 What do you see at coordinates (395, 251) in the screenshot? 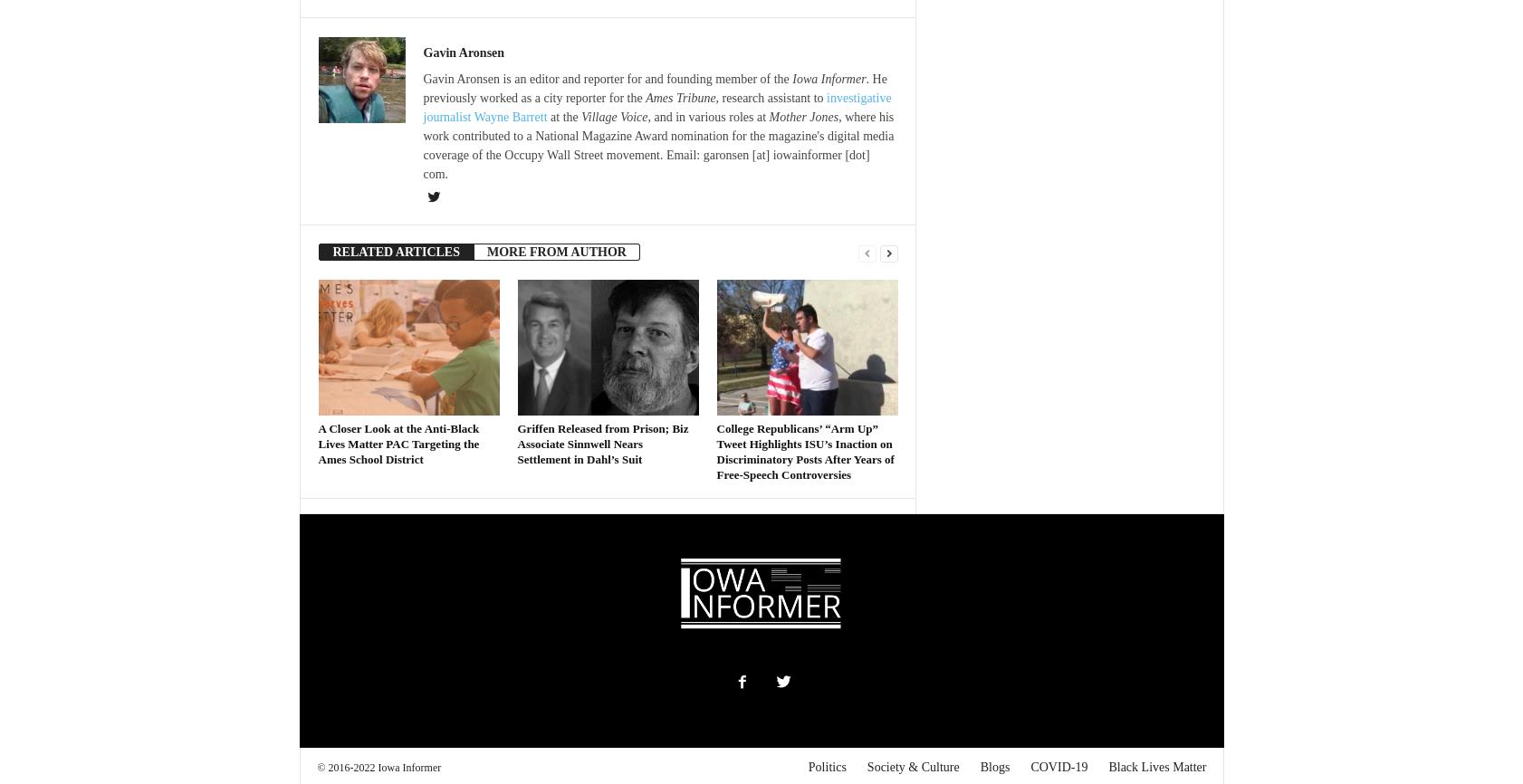
I see `'RELATED ARTICLES'` at bounding box center [395, 251].